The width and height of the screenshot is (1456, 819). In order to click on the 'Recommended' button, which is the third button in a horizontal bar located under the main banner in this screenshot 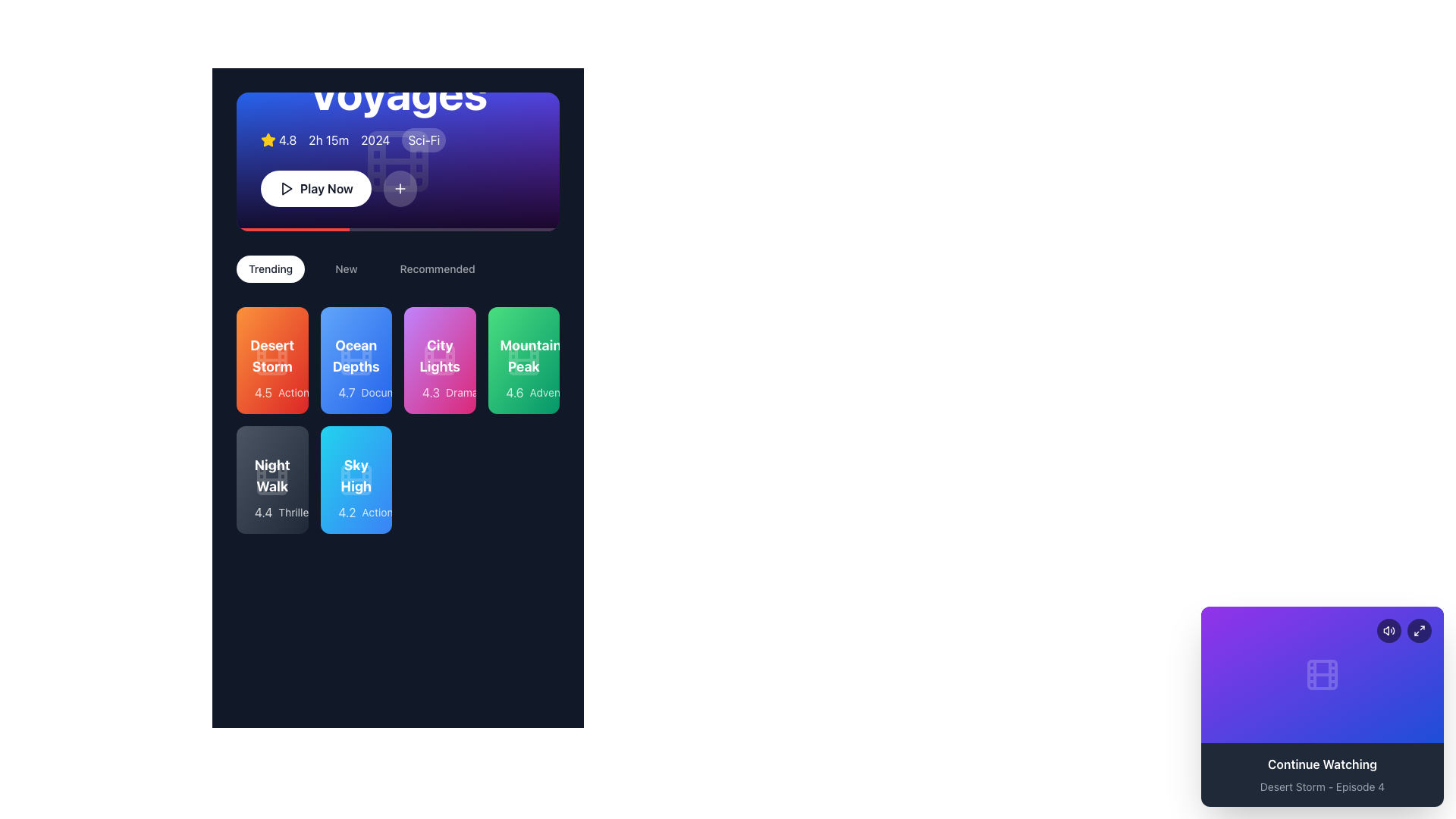, I will do `click(437, 268)`.